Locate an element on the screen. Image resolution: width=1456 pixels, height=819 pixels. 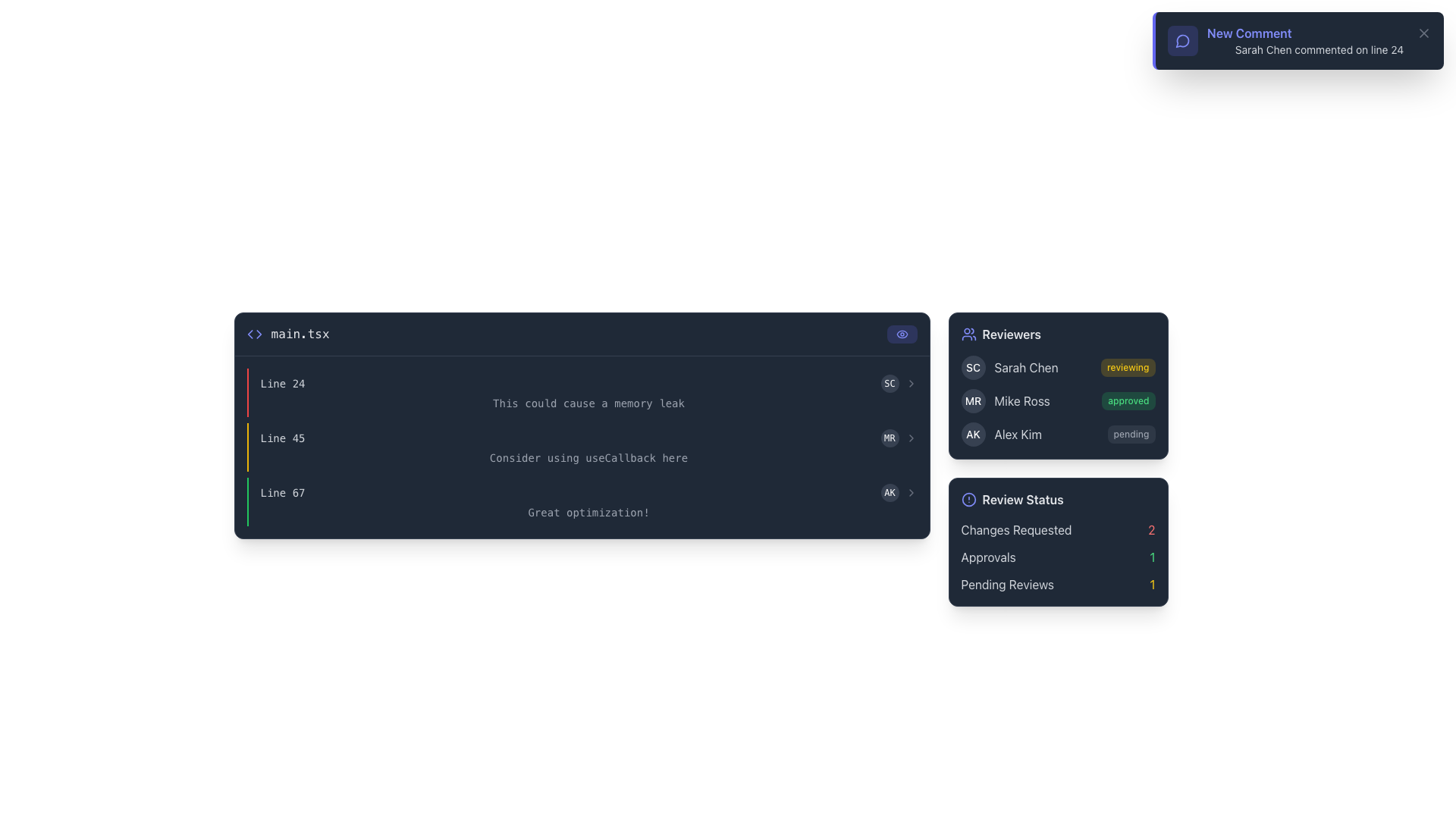
the Text label that displays the count of change requests, located to the right of the 'Changes Requested' text in the 'Review Status' panel at the bottom-right area of the interface is located at coordinates (1151, 529).